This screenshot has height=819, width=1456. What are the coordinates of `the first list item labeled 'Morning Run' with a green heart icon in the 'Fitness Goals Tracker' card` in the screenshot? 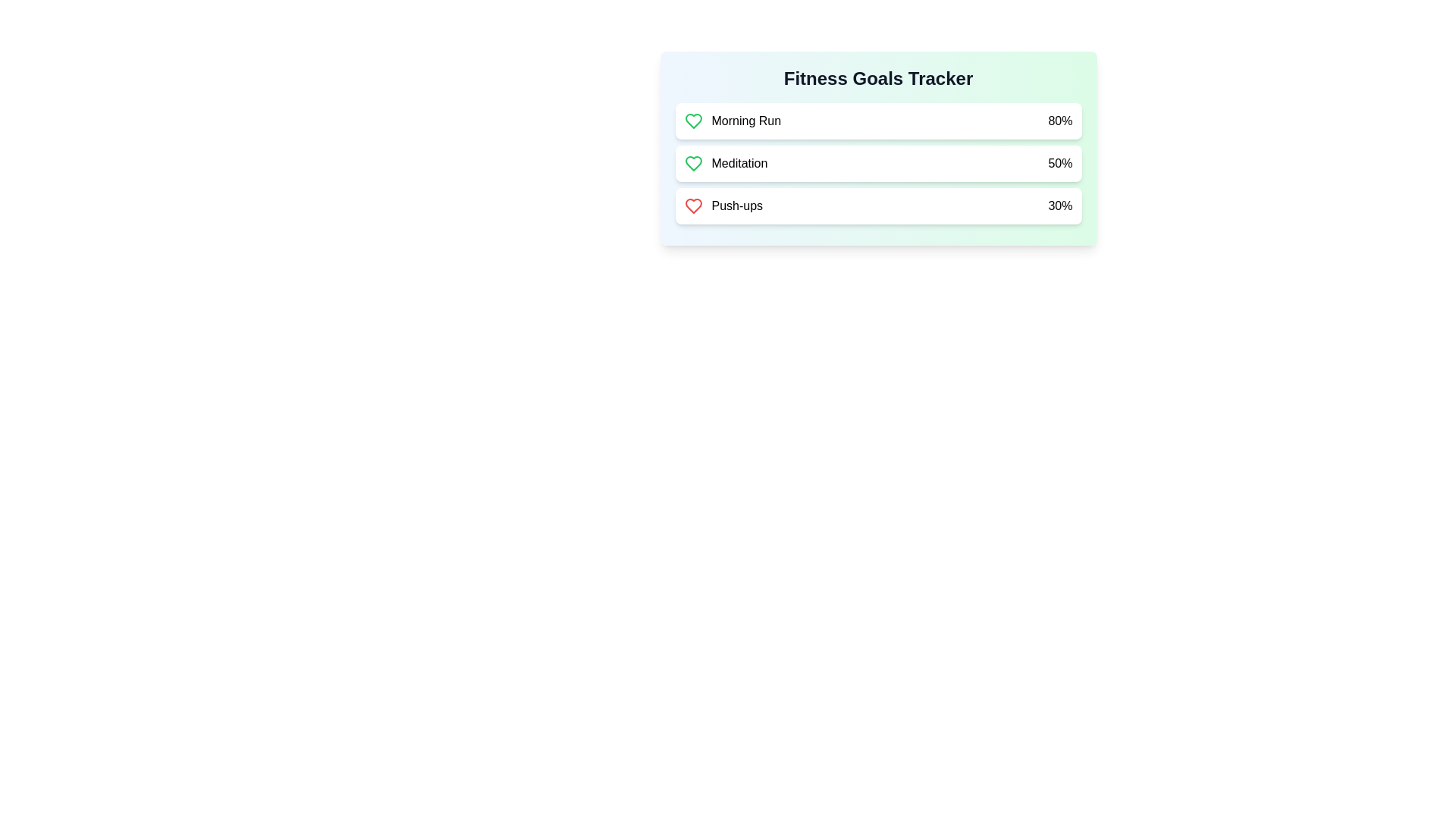 It's located at (733, 120).